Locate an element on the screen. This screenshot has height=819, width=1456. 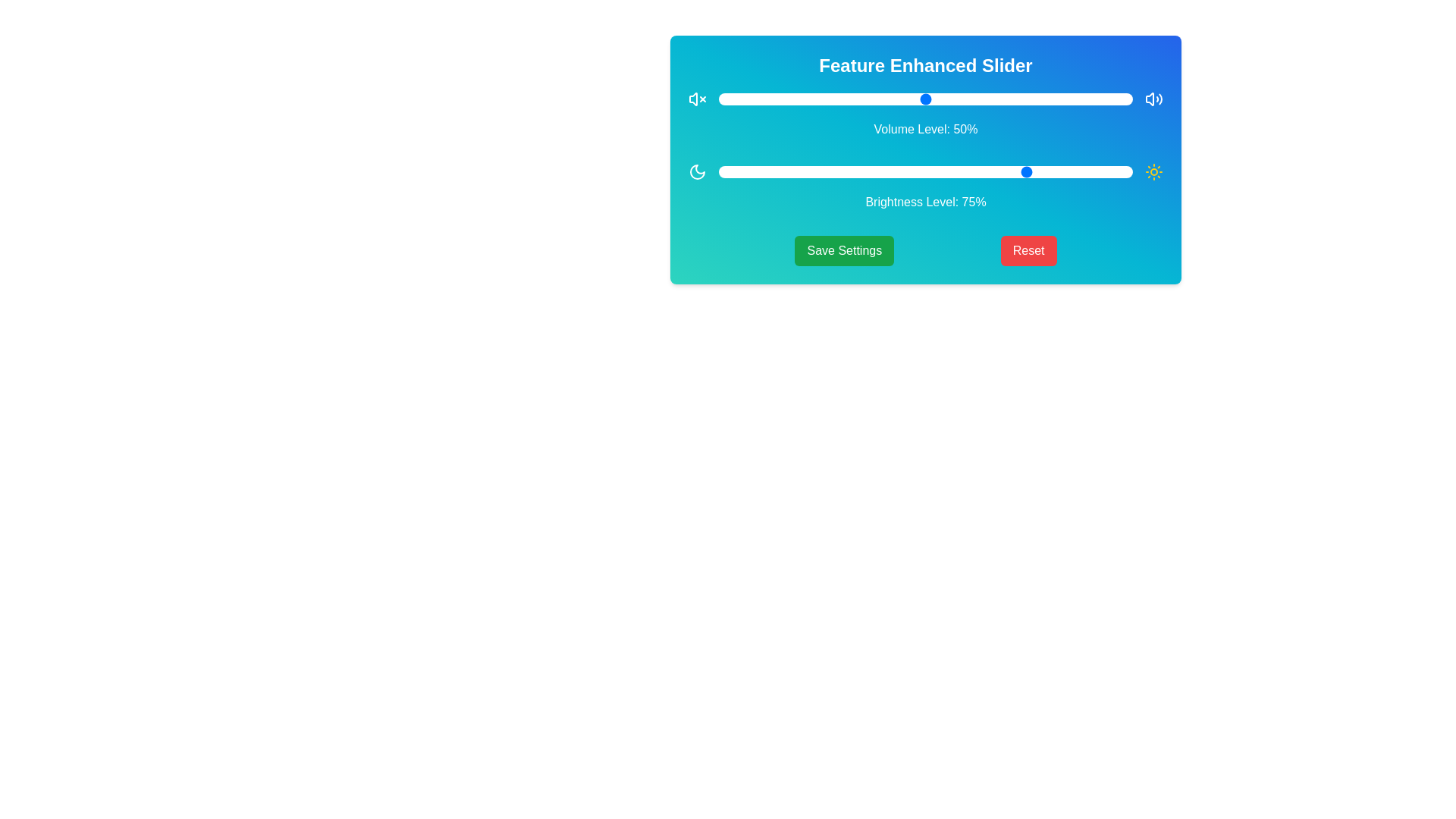
the Icon fragment representing the mute or low volume level, located on the left side of the volume control graphic is located at coordinates (692, 99).